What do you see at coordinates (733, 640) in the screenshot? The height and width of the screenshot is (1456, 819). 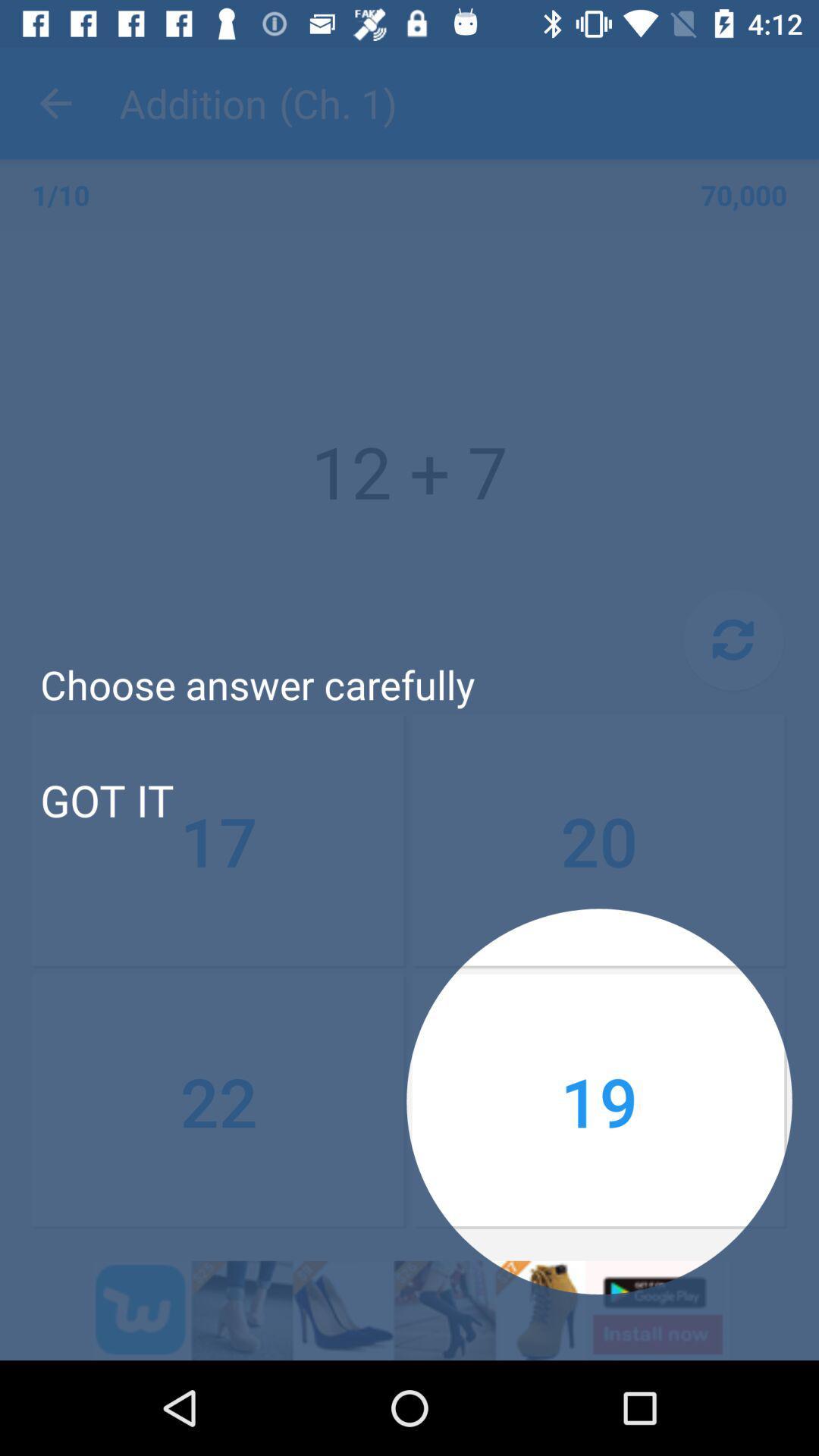 I see `item above 20` at bounding box center [733, 640].